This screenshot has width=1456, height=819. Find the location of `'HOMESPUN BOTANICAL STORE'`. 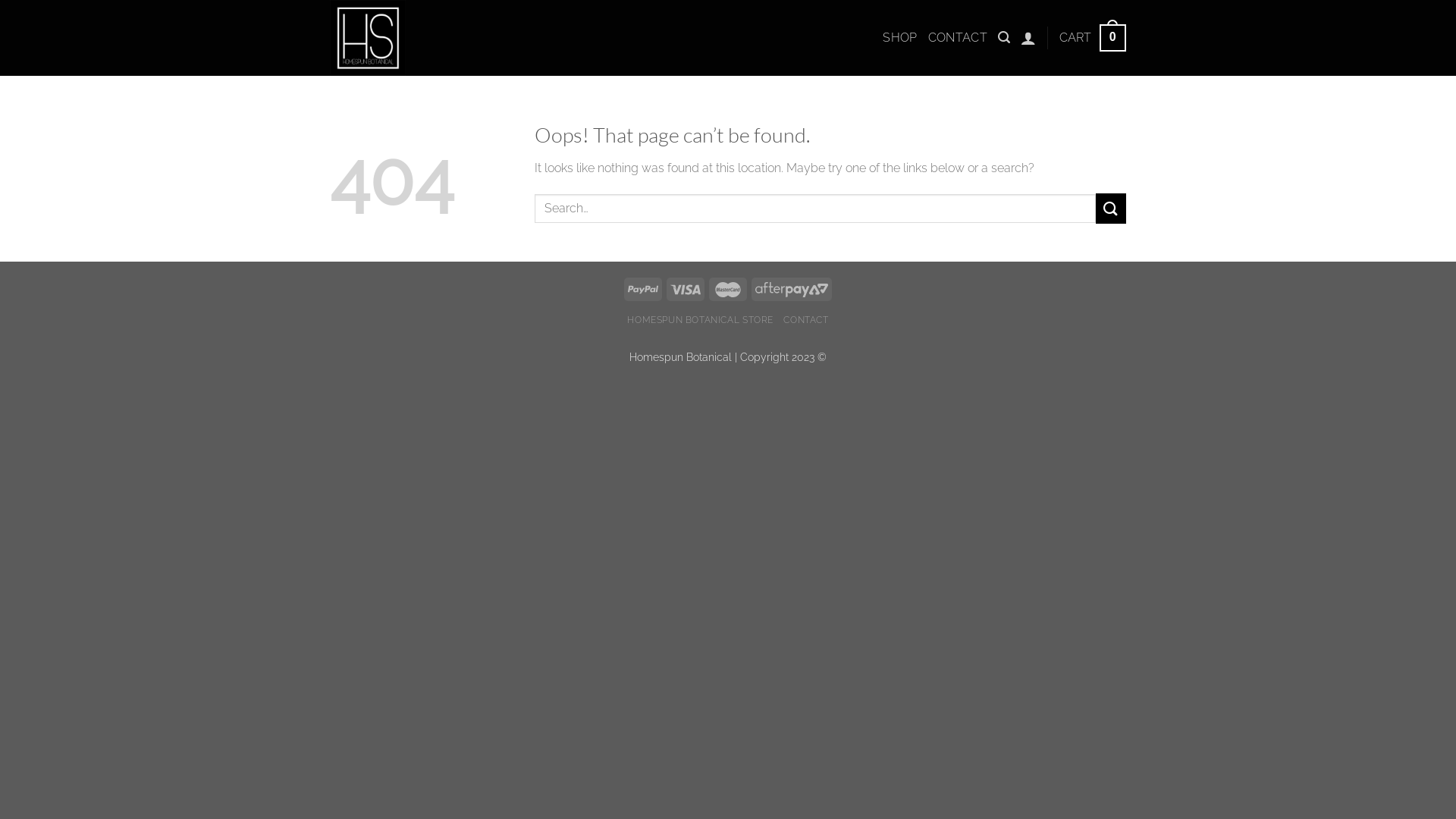

'HOMESPUN BOTANICAL STORE' is located at coordinates (699, 318).